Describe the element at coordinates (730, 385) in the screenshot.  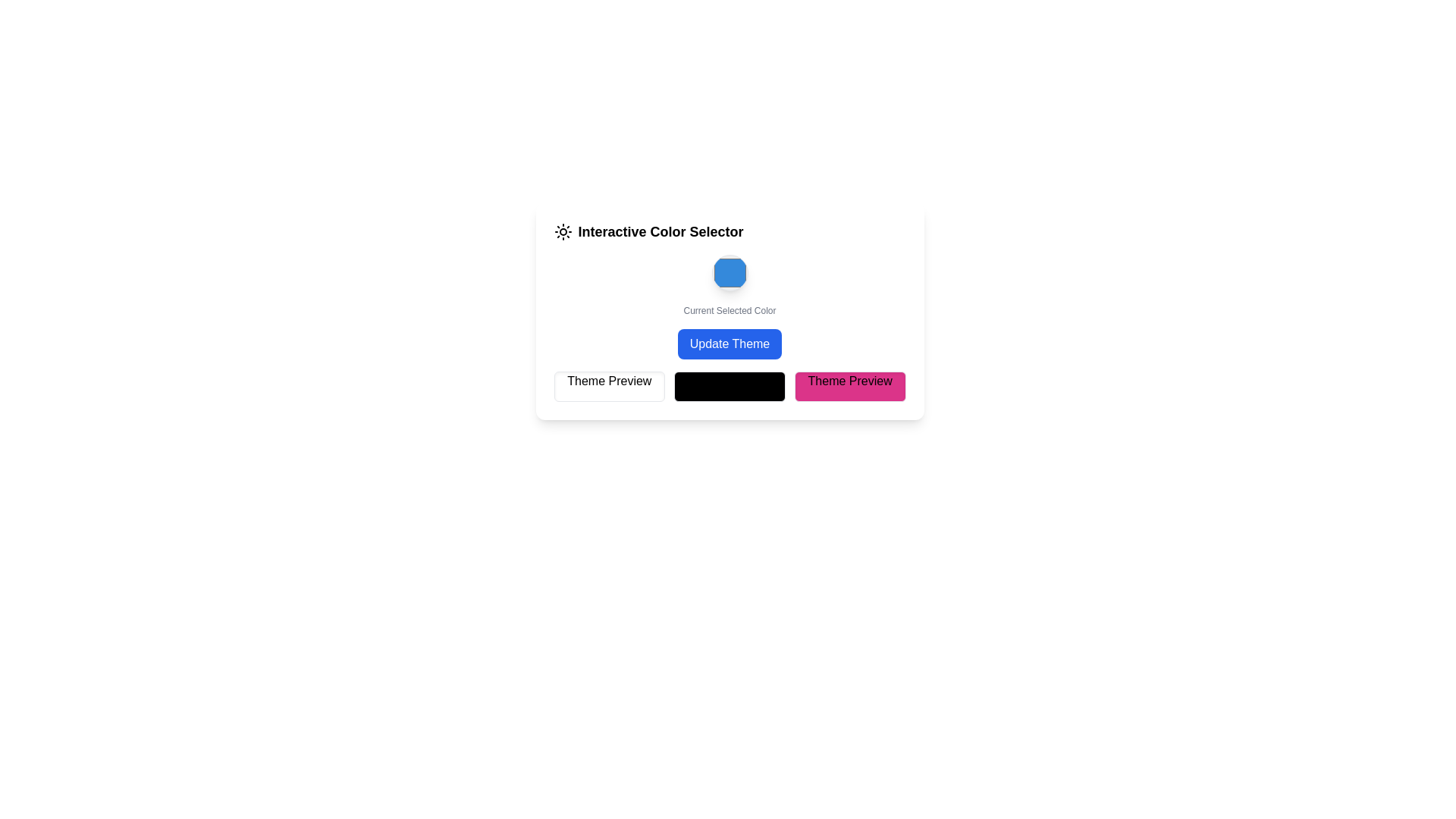
I see `the display block representing a theme with a black background, positioned as the second item in a horizontal group of three blocks, located beneath the 'Update Theme' button` at that location.